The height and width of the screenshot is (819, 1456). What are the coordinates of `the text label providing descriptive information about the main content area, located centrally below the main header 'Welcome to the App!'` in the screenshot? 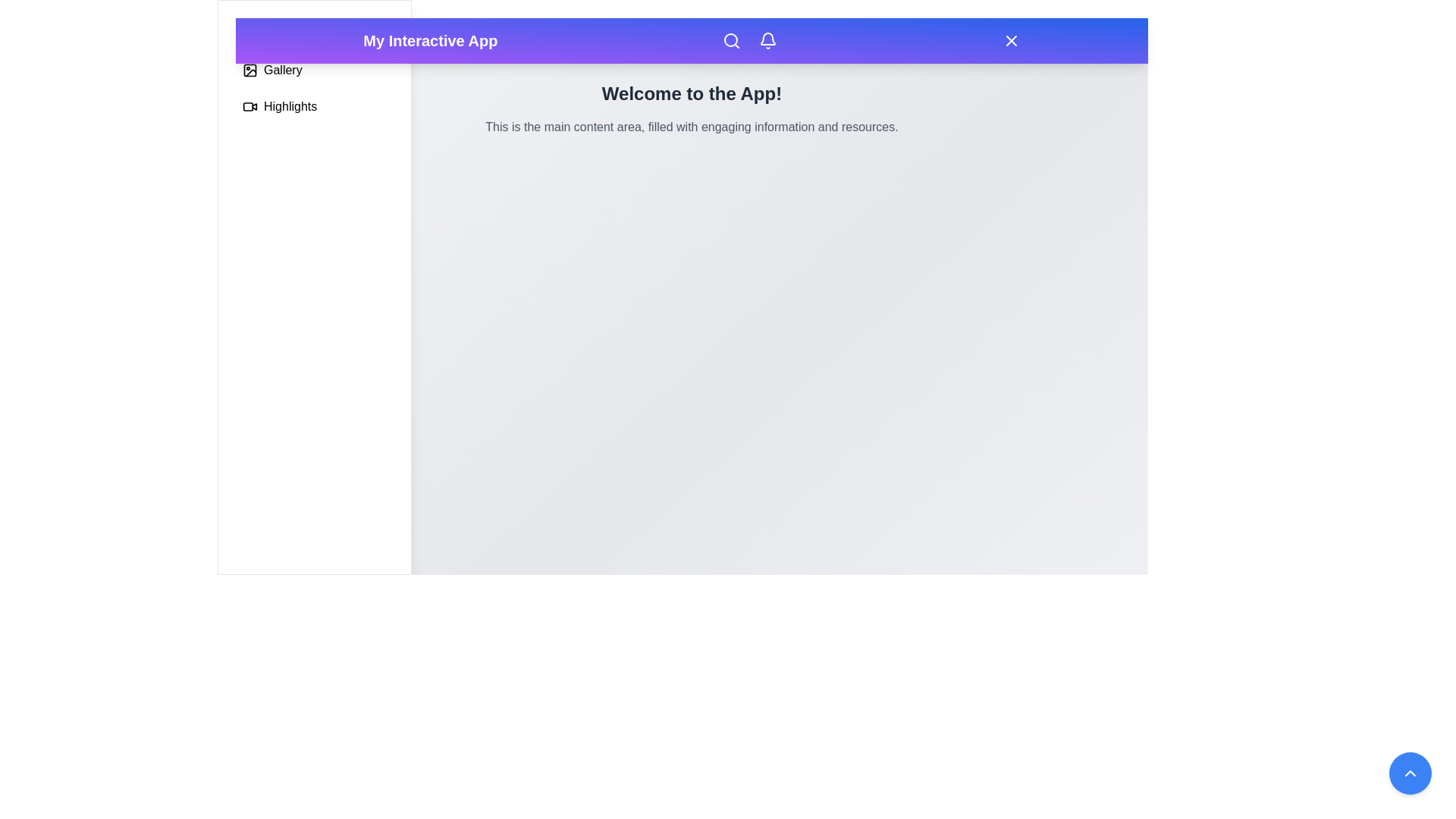 It's located at (691, 127).